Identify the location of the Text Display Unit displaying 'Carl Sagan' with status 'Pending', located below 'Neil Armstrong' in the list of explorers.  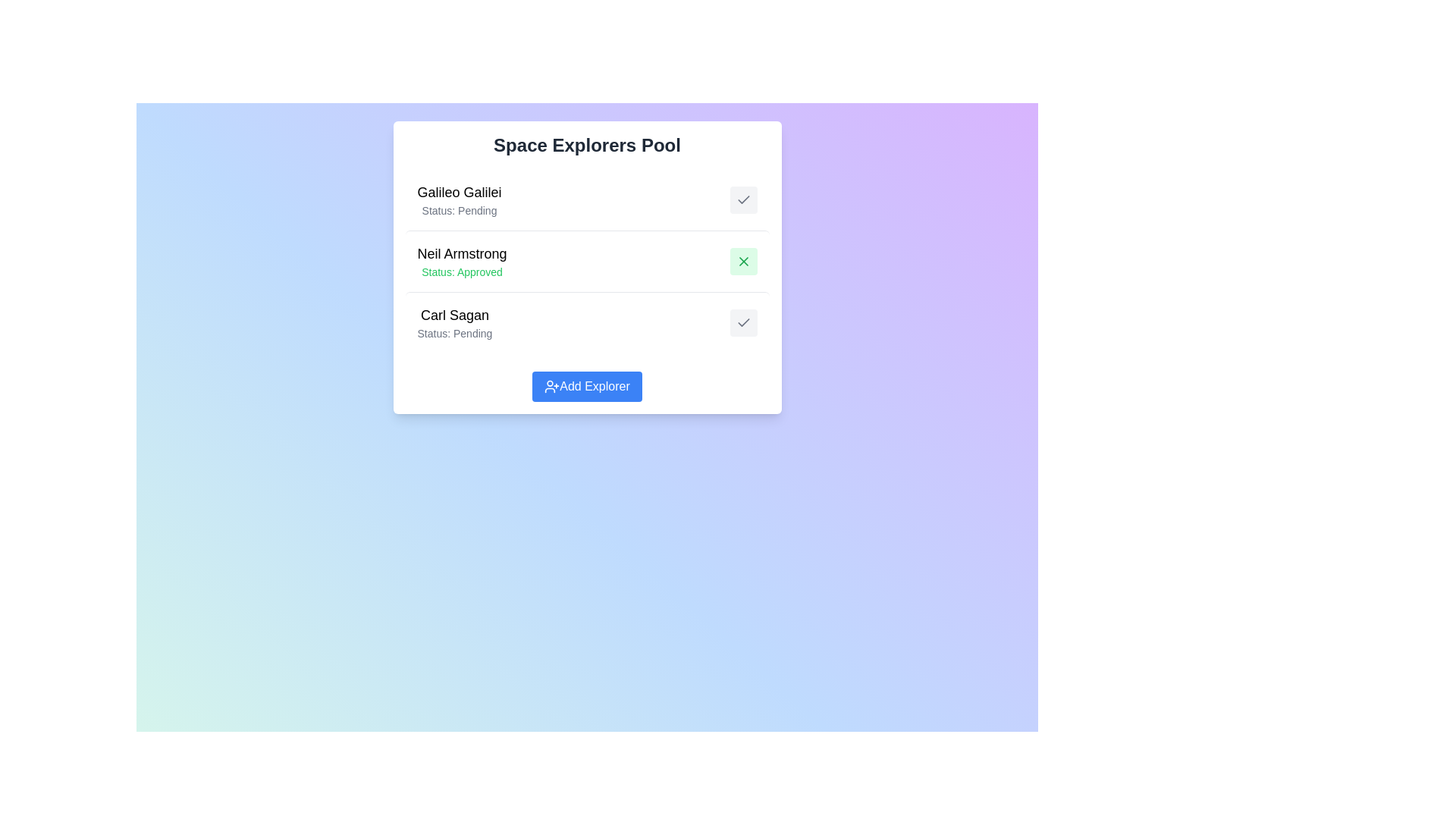
(454, 322).